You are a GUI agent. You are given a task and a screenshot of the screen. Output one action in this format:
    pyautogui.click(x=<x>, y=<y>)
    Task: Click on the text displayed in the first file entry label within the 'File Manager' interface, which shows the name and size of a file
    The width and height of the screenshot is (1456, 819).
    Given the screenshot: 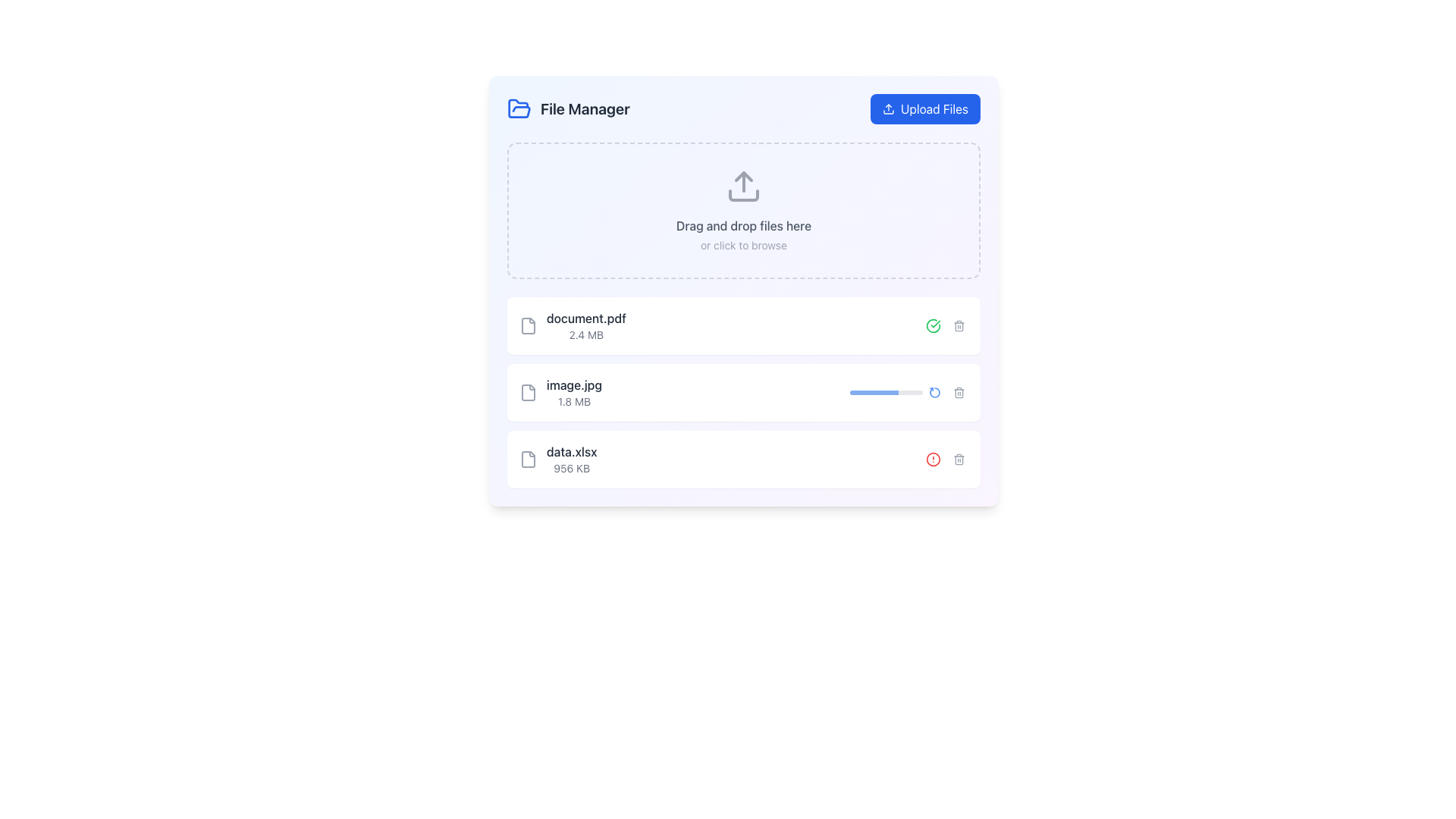 What is the action you would take?
    pyautogui.click(x=572, y=325)
    